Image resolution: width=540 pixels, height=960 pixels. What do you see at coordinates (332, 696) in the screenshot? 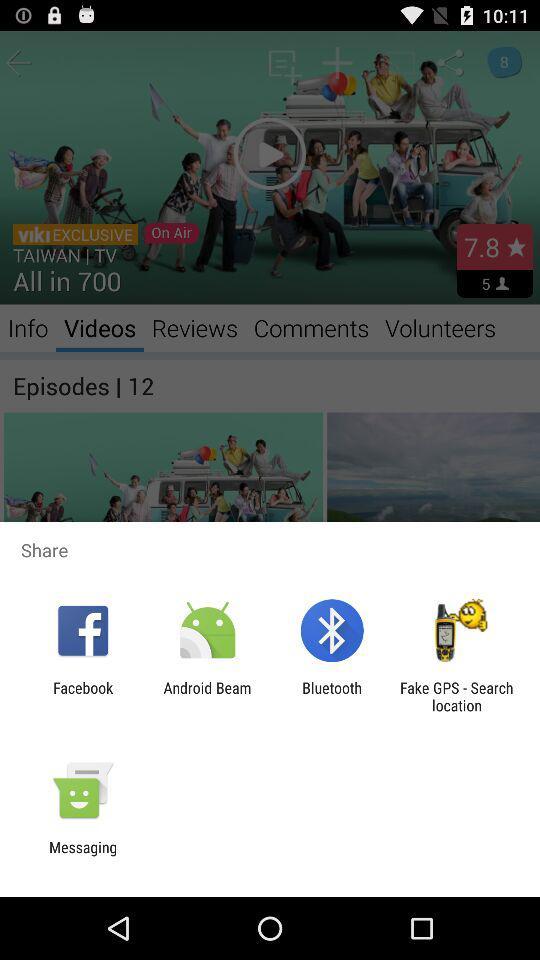
I see `icon next to android beam app` at bounding box center [332, 696].